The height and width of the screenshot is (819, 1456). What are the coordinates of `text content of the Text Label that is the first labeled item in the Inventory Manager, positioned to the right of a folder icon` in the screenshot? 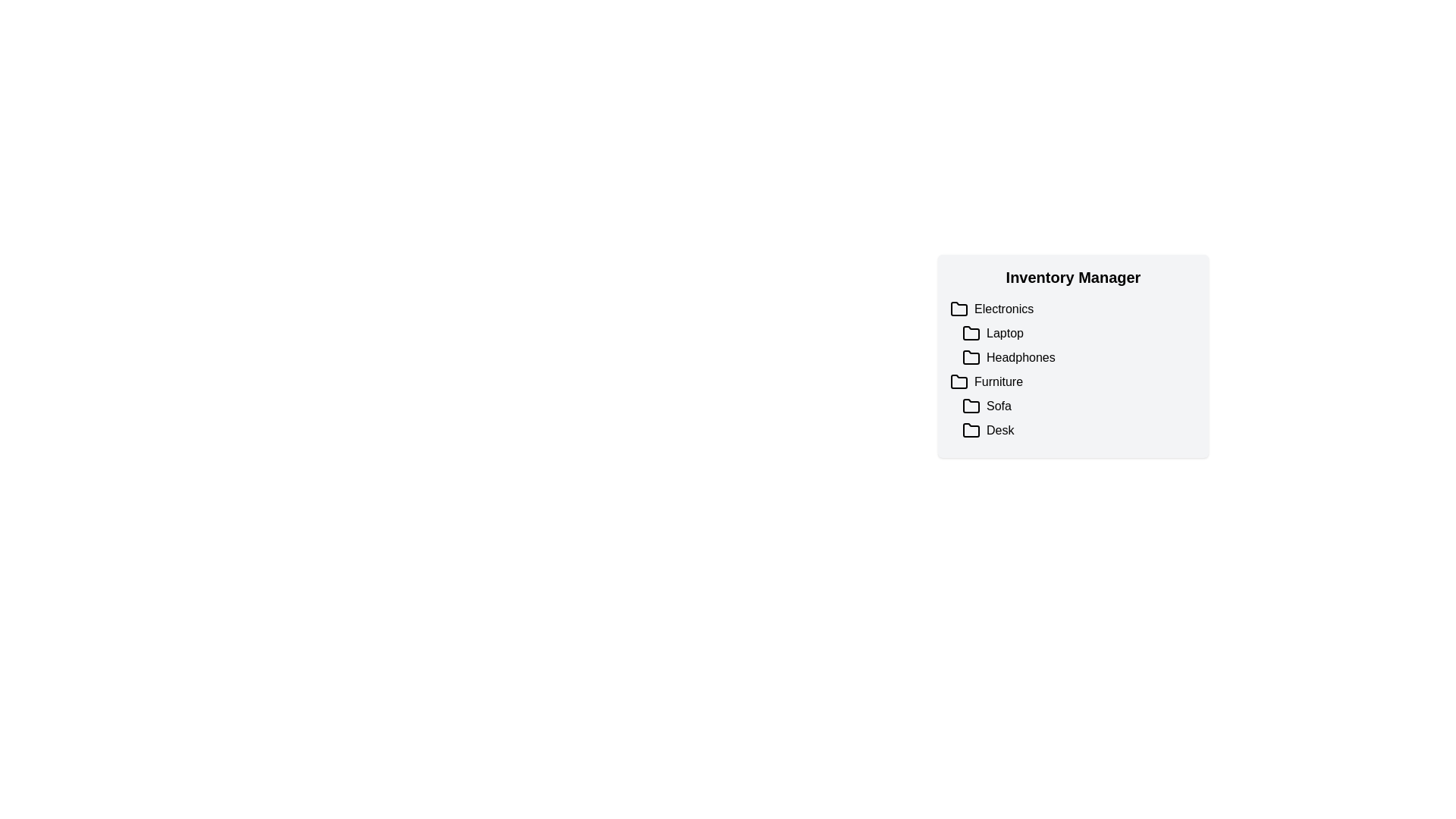 It's located at (1004, 309).